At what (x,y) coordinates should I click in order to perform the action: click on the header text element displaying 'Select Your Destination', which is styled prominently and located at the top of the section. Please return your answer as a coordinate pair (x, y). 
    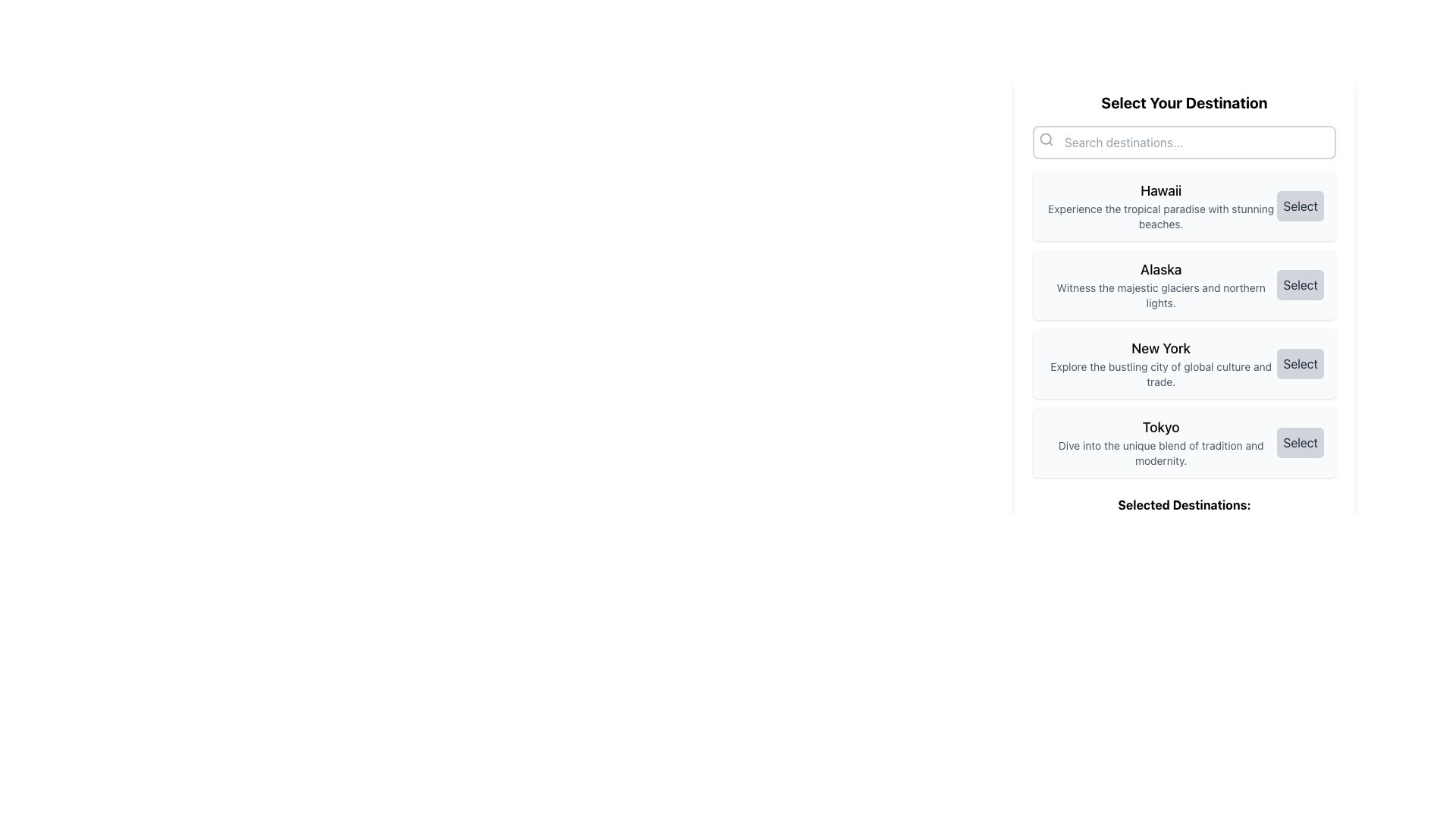
    Looking at the image, I should click on (1183, 102).